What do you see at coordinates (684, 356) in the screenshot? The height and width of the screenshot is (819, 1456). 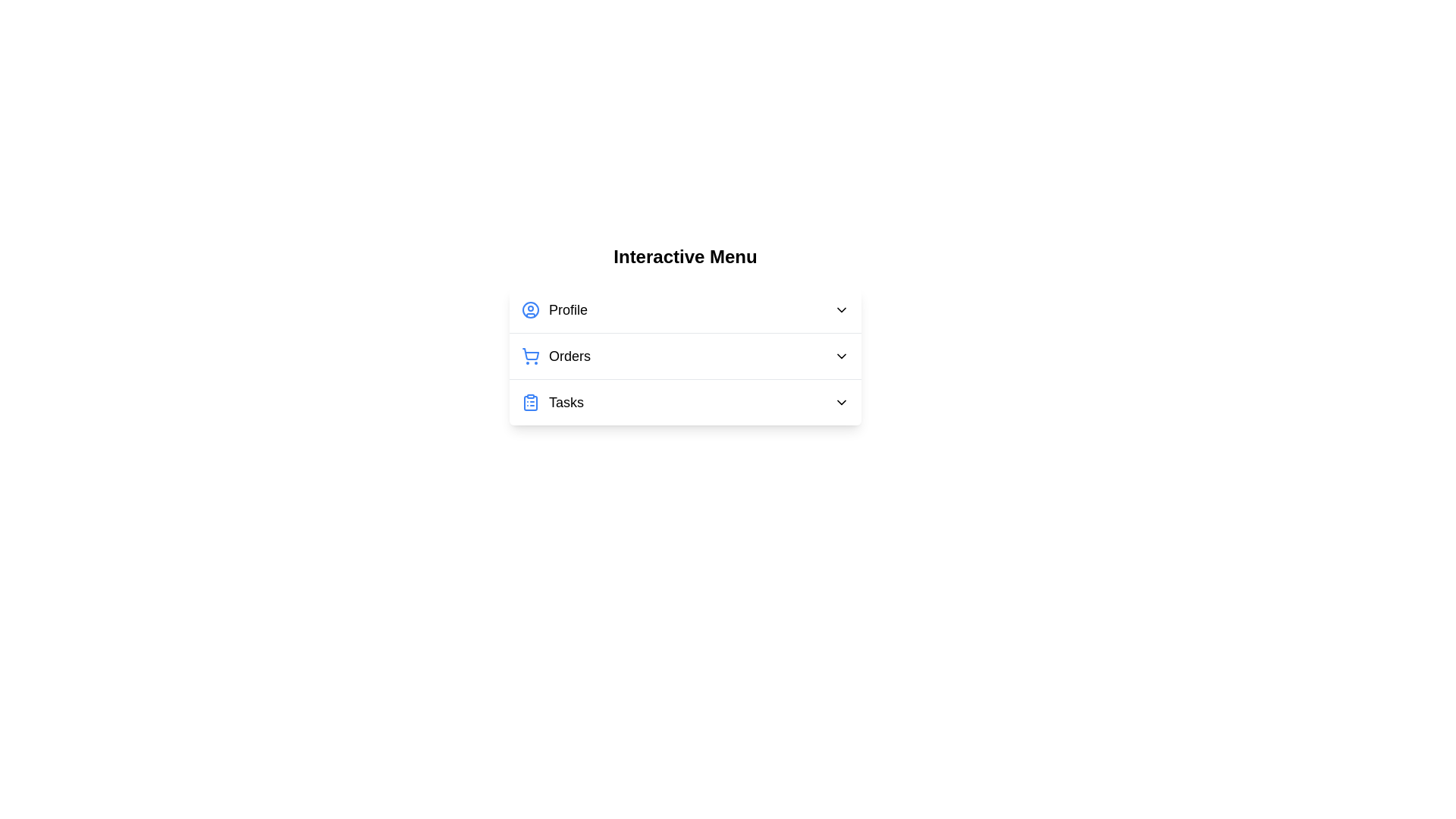 I see `the 'Orders' section in the dropdown menu` at bounding box center [684, 356].